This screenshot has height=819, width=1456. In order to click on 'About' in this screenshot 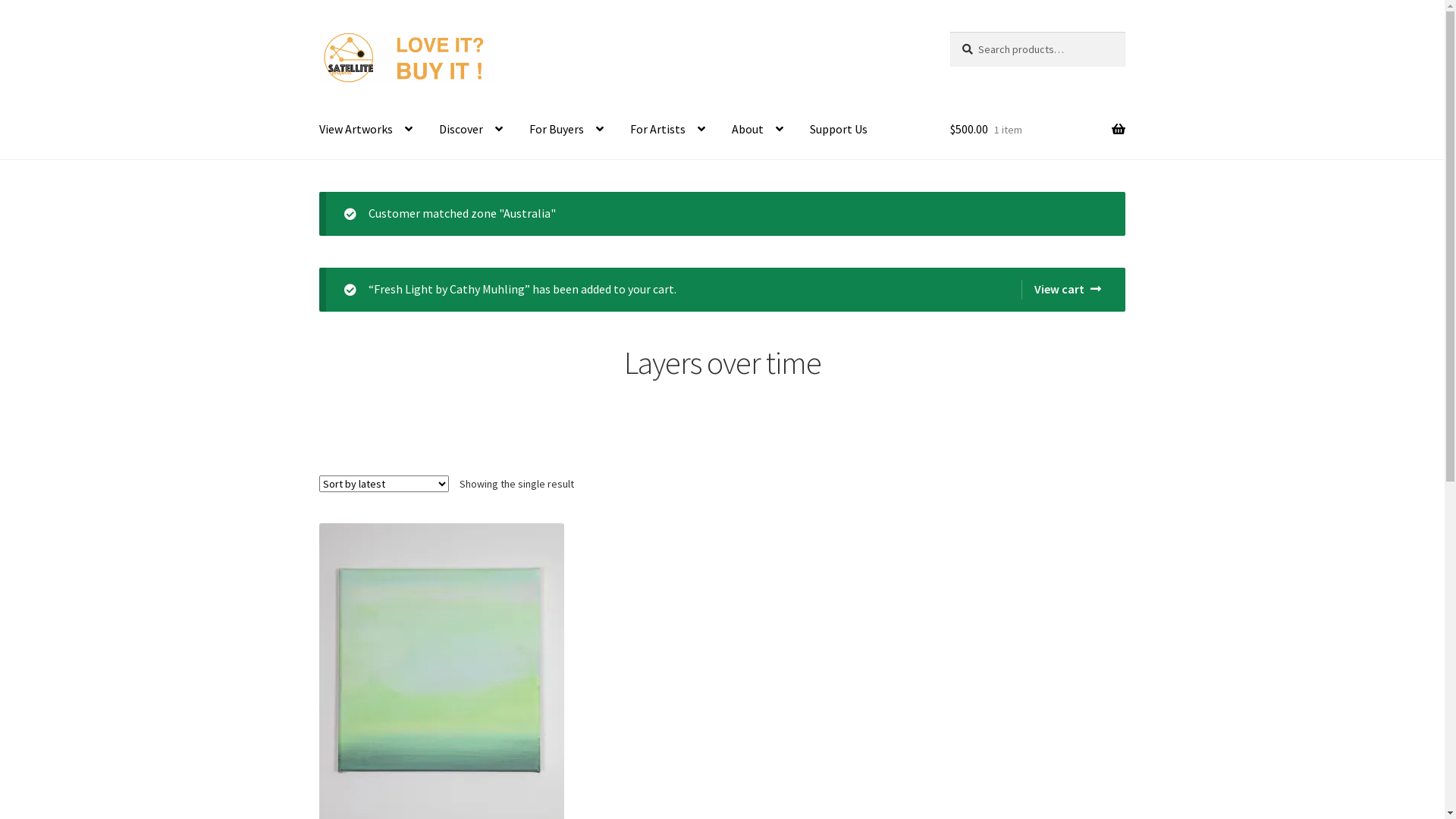, I will do `click(719, 130)`.